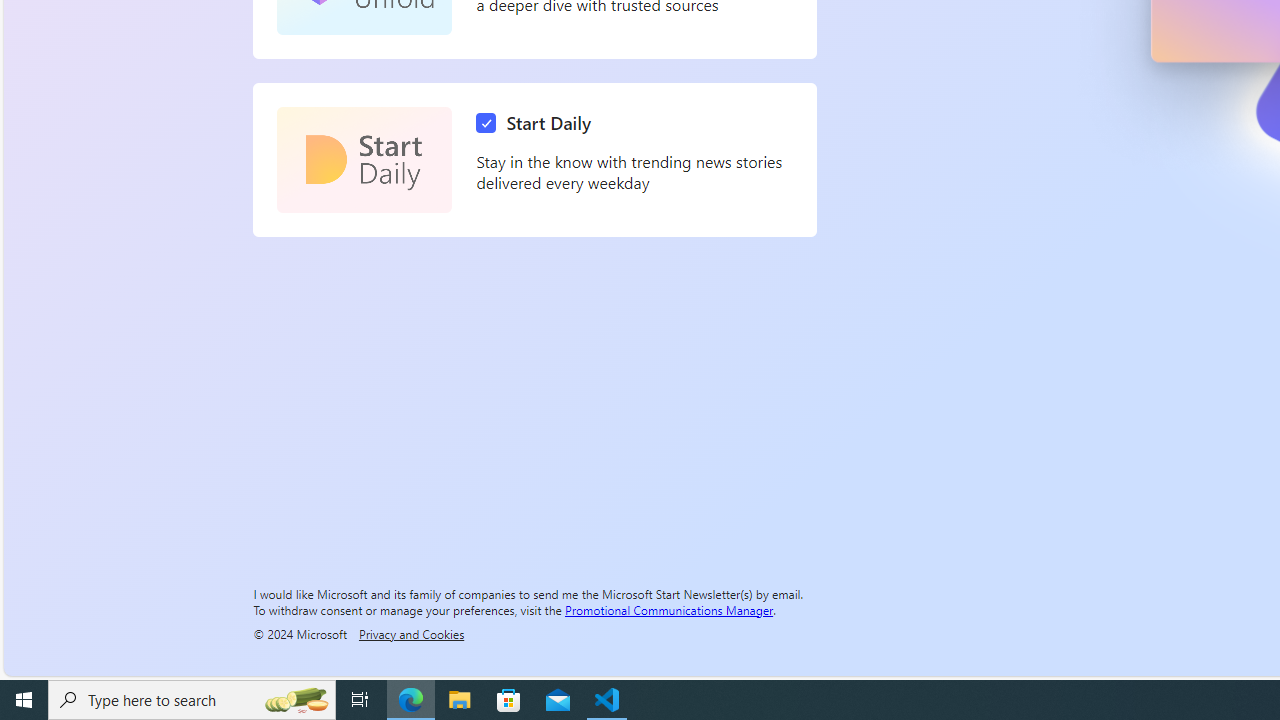 The image size is (1280, 720). Describe the element at coordinates (669, 608) in the screenshot. I see `'Promotional Communications Manager'` at that location.